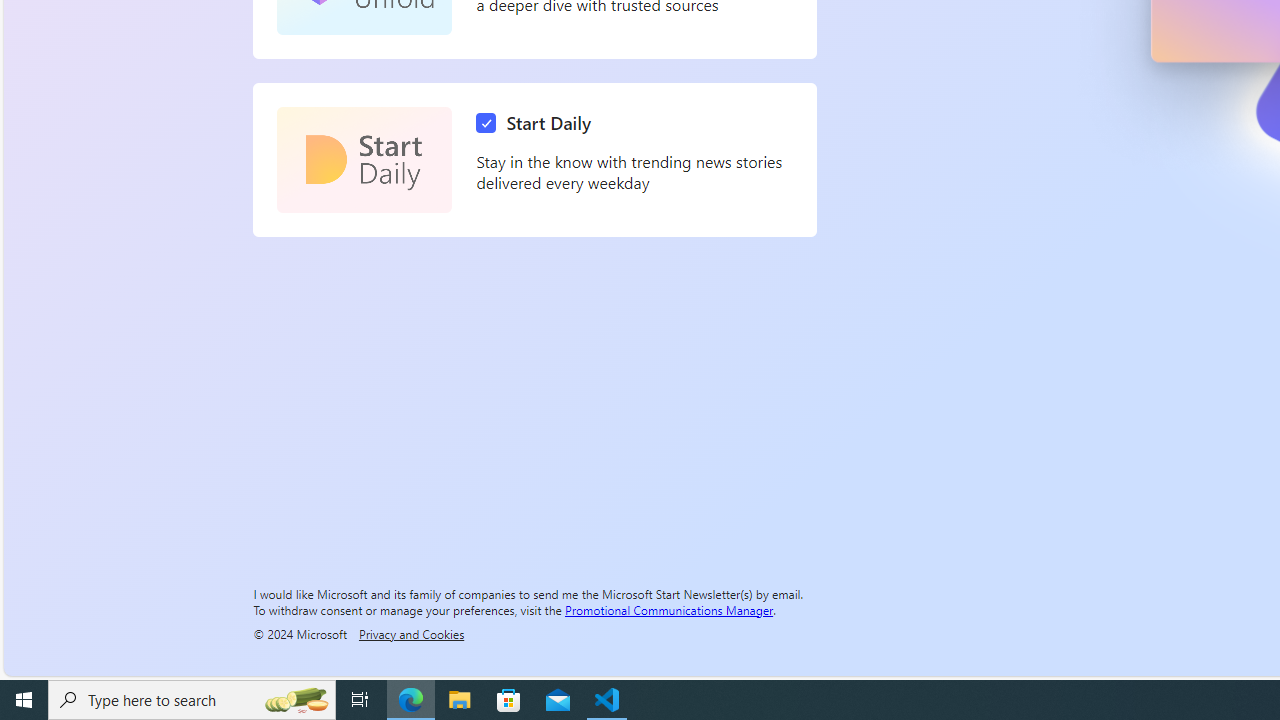 The image size is (1280, 720). Describe the element at coordinates (669, 608) in the screenshot. I see `'Promotional Communications Manager'` at that location.